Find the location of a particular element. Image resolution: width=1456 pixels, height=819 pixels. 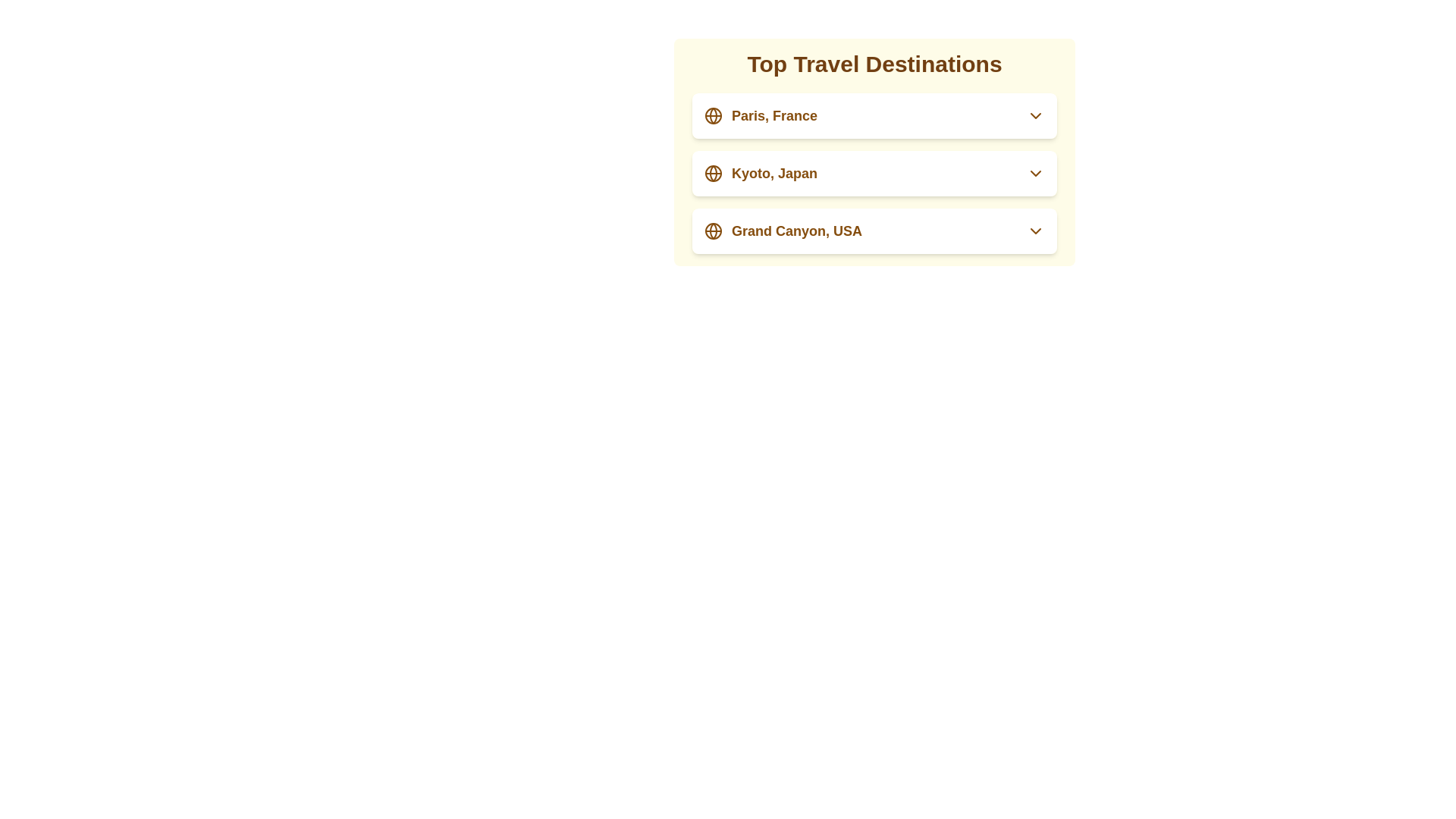

the decorative icon representing 'Grand Canyon, USA', which is the third icon in the list of travel destination icons under 'Top Travel Destinations' is located at coordinates (712, 231).